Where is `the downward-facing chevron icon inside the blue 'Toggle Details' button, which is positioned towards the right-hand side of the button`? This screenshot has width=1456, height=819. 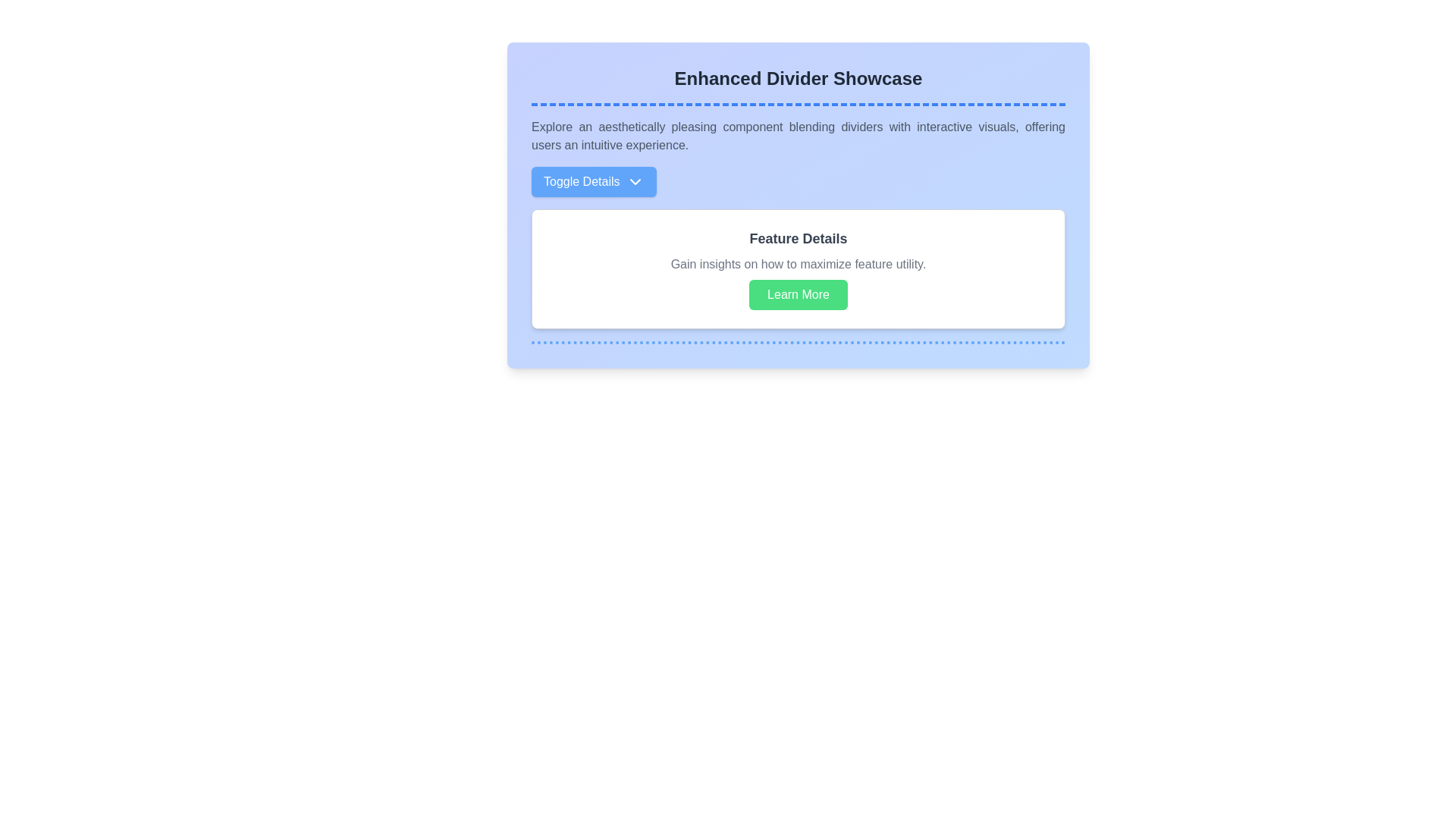
the downward-facing chevron icon inside the blue 'Toggle Details' button, which is positioned towards the right-hand side of the button is located at coordinates (635, 180).